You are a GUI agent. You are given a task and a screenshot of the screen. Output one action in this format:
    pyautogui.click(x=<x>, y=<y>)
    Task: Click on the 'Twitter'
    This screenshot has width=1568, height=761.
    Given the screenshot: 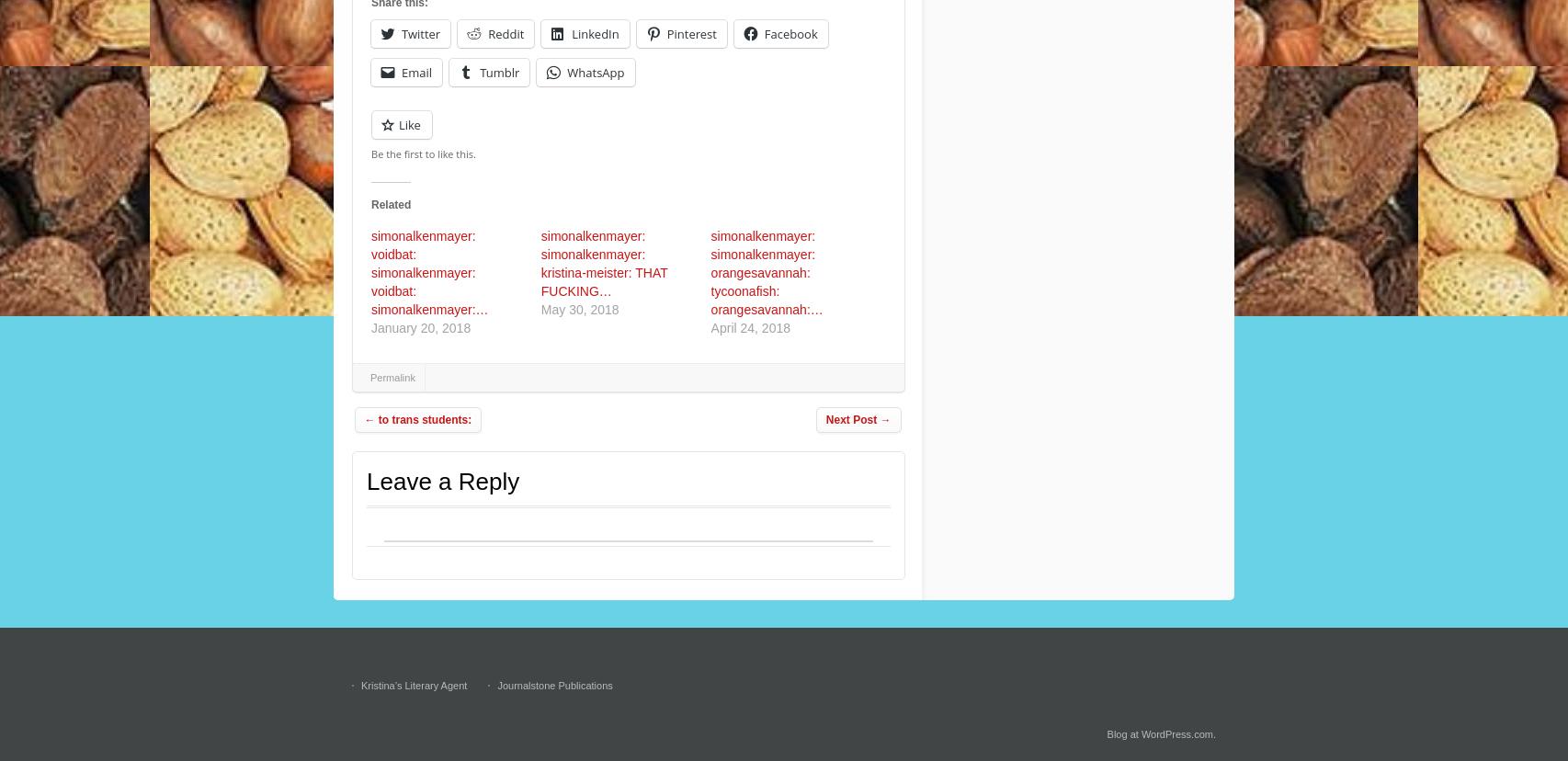 What is the action you would take?
    pyautogui.click(x=420, y=33)
    